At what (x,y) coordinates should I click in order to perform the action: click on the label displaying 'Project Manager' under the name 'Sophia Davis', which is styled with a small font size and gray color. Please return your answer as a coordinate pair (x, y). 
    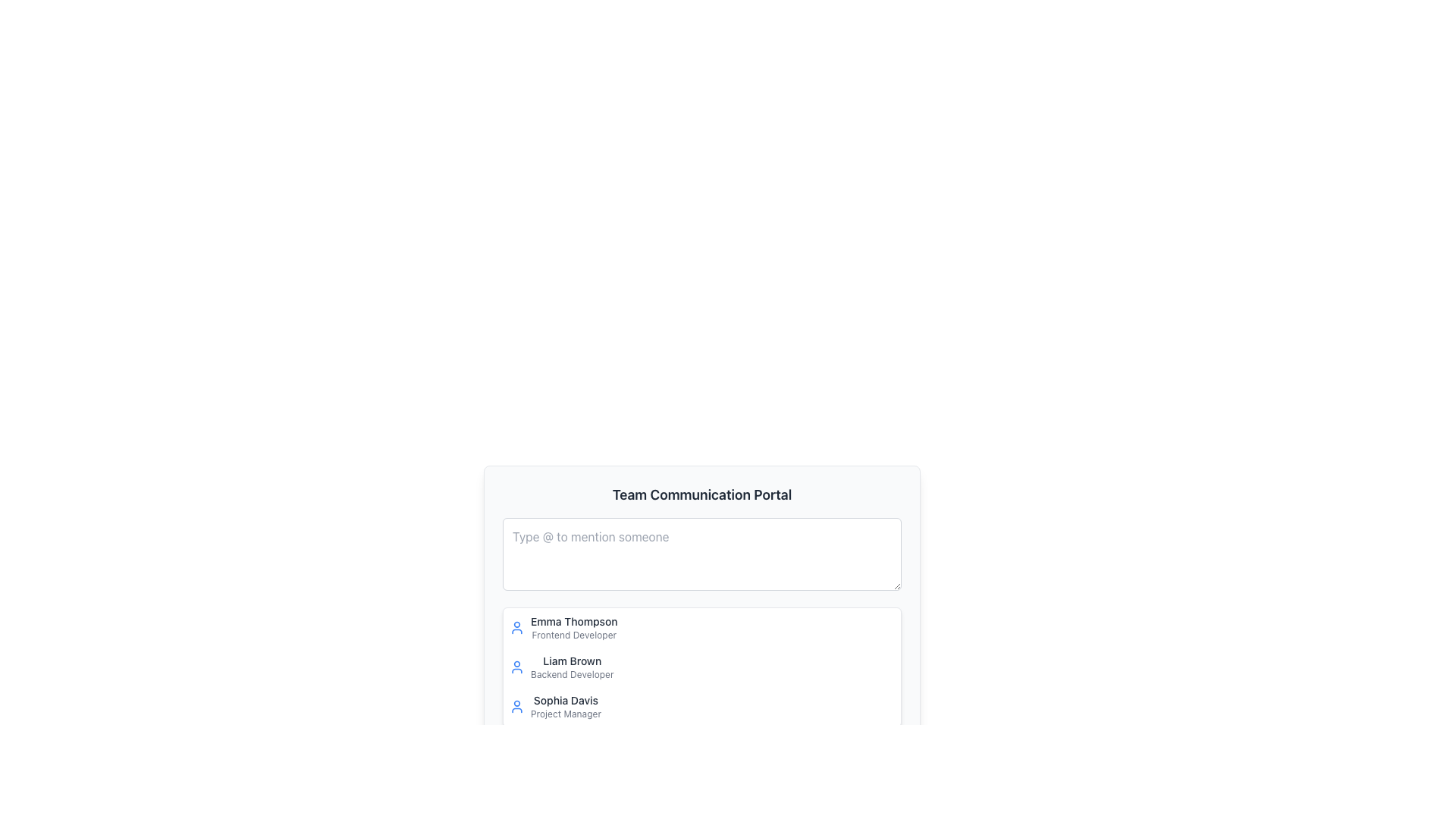
    Looking at the image, I should click on (565, 714).